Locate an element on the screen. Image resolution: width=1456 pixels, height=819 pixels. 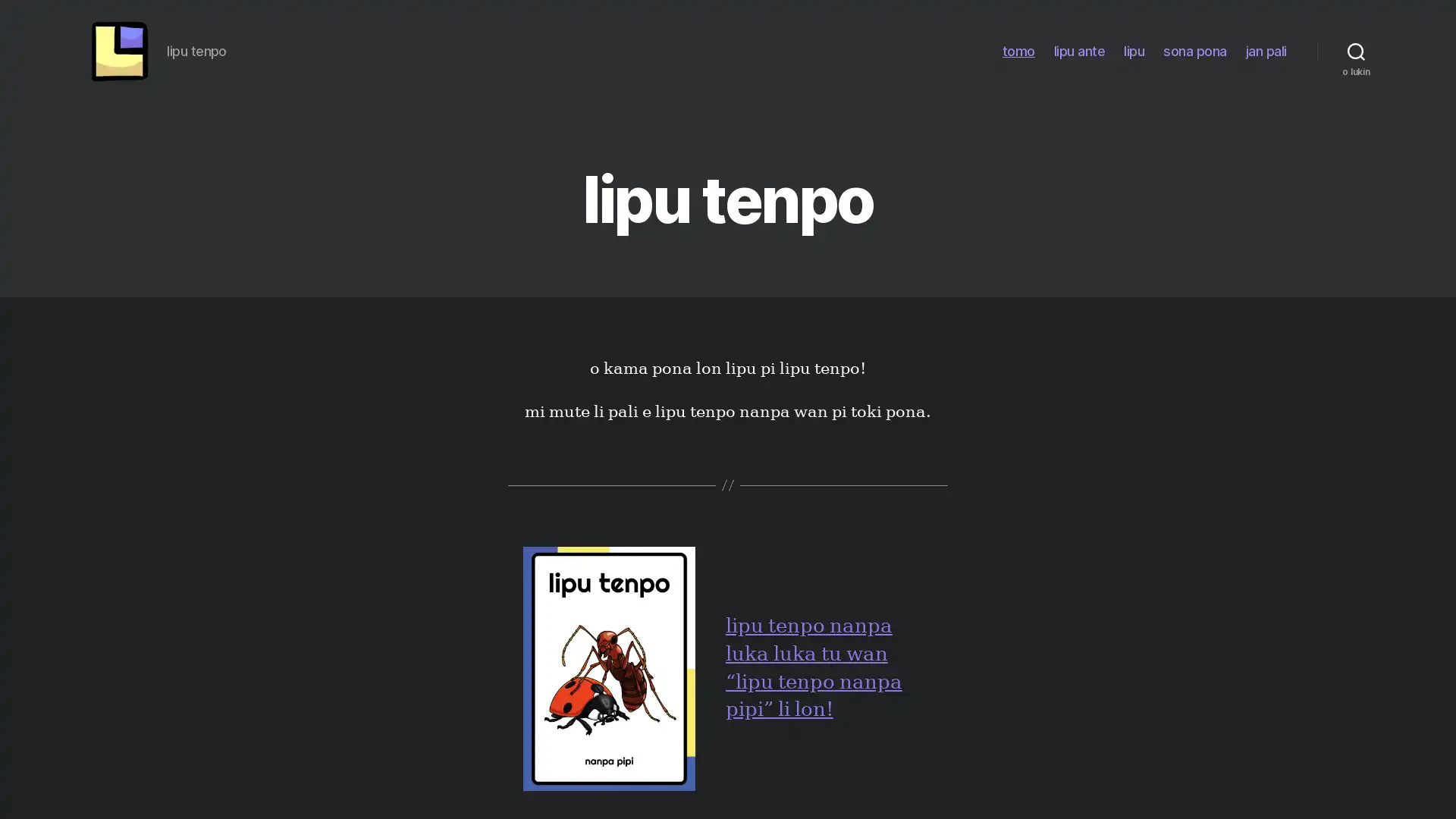
o lukin is located at coordinates (1356, 55).